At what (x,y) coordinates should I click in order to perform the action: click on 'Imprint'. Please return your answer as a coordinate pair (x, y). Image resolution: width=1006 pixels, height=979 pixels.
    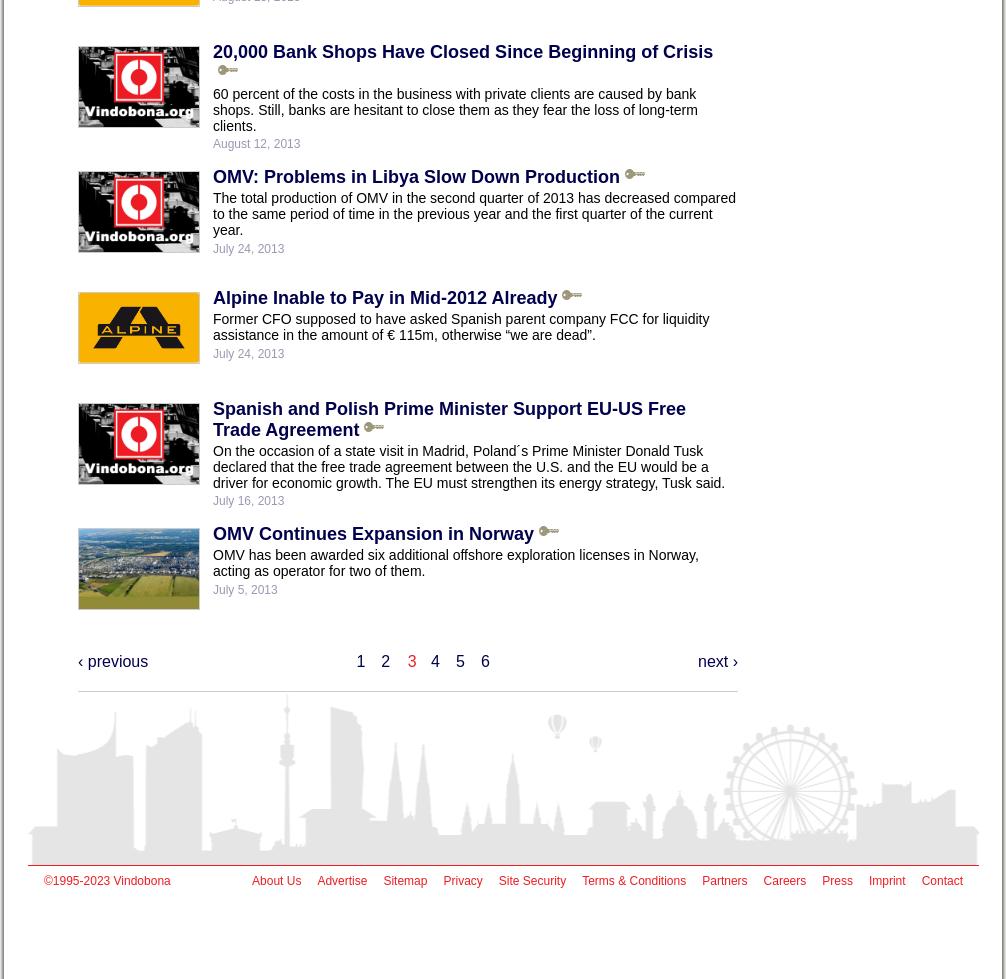
    Looking at the image, I should click on (885, 880).